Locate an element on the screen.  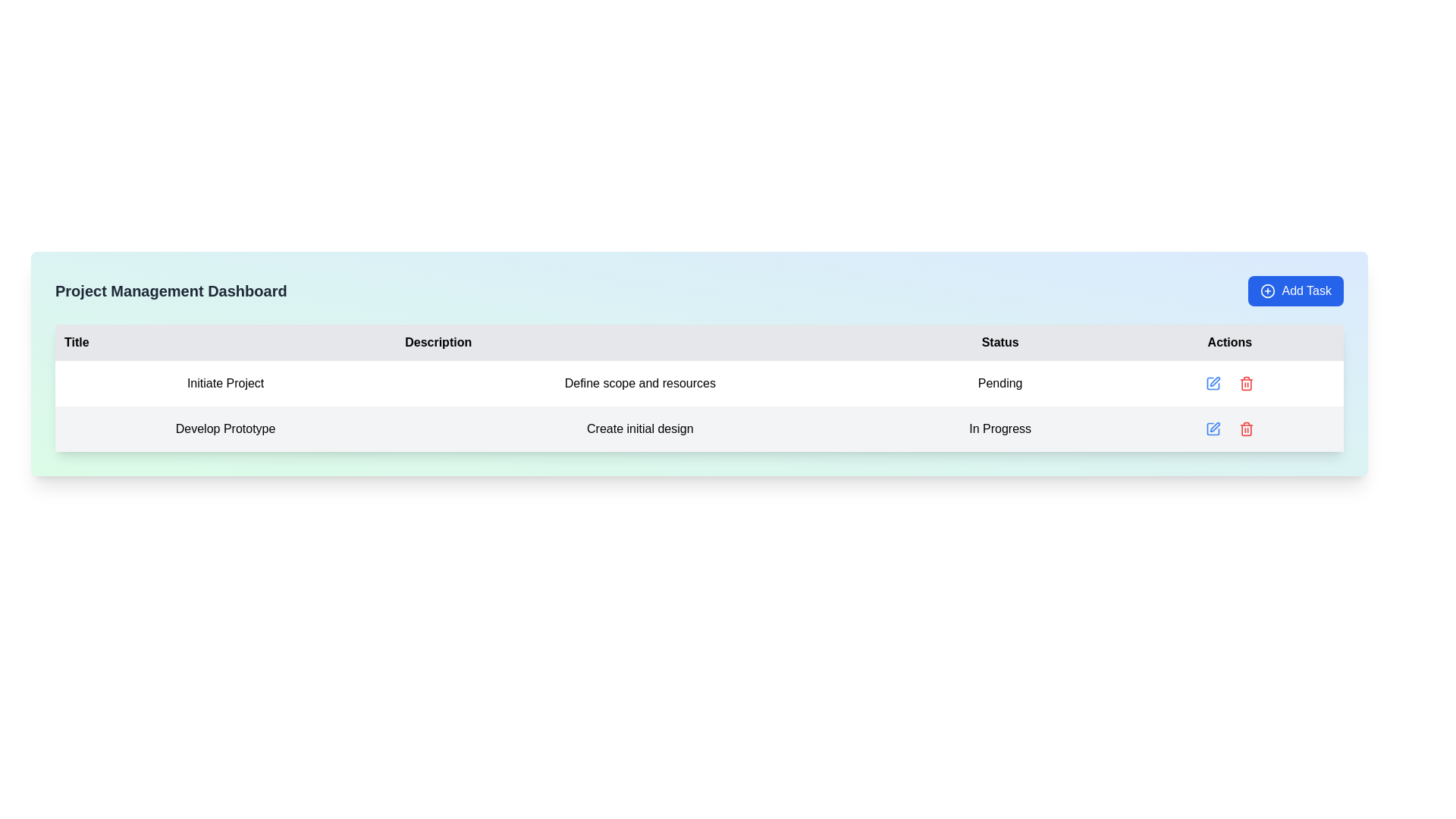
the Action button group located in the 'Actions' column of the table row associated with the task labeled 'Initiate Project' is located at coordinates (1229, 382).